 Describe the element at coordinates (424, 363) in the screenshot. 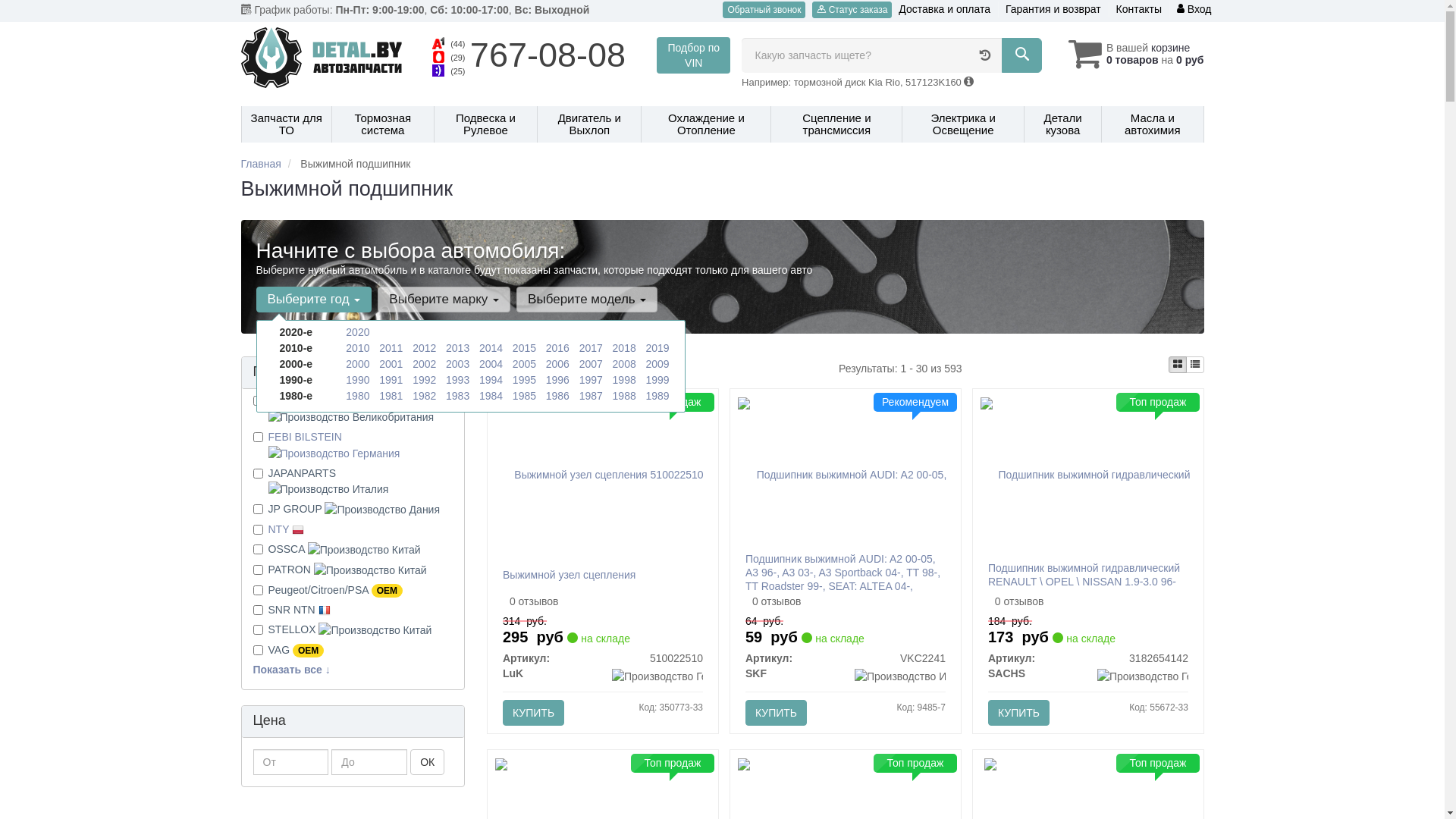

I see `'2002'` at that location.